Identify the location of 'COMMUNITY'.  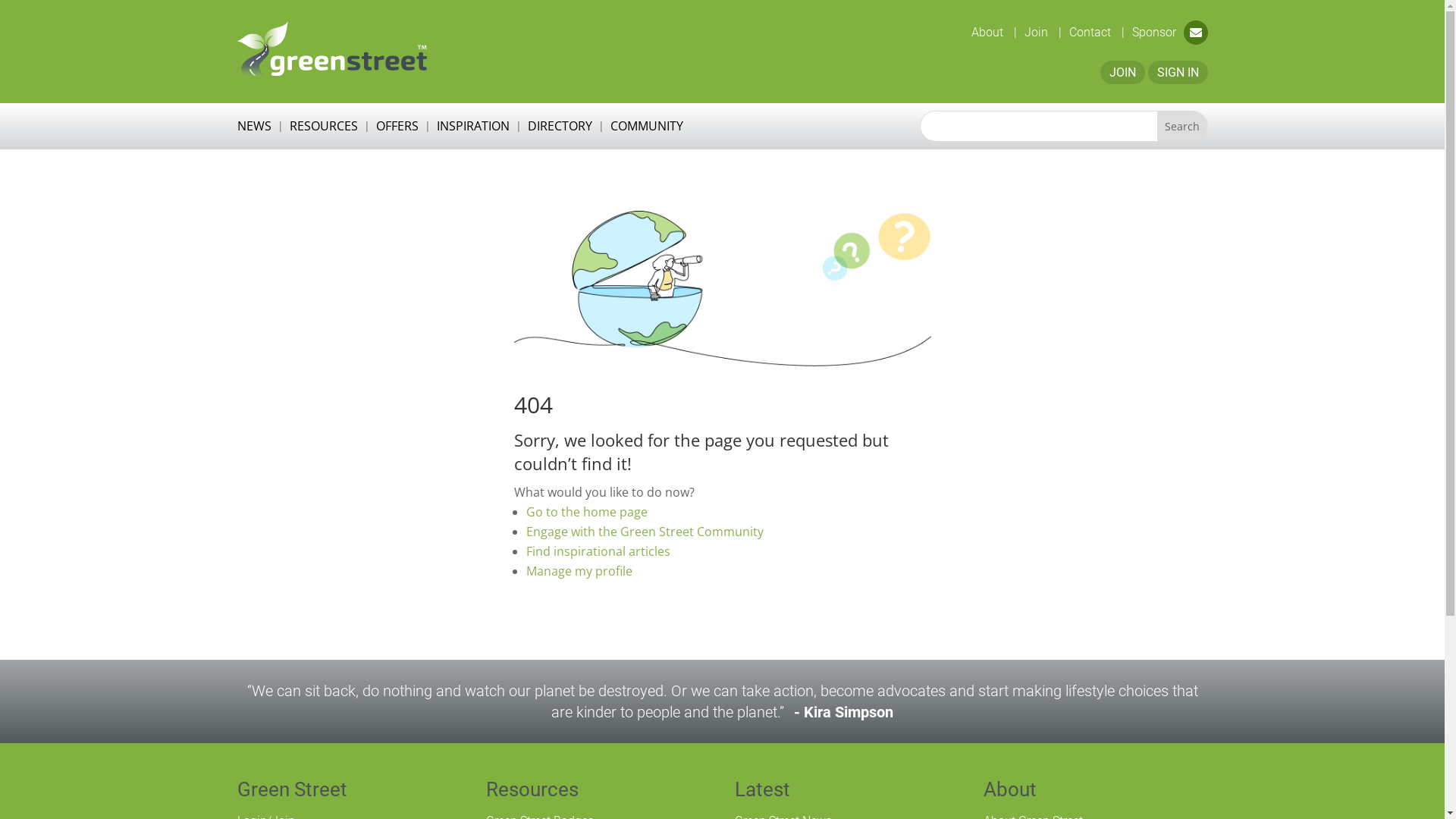
(645, 127).